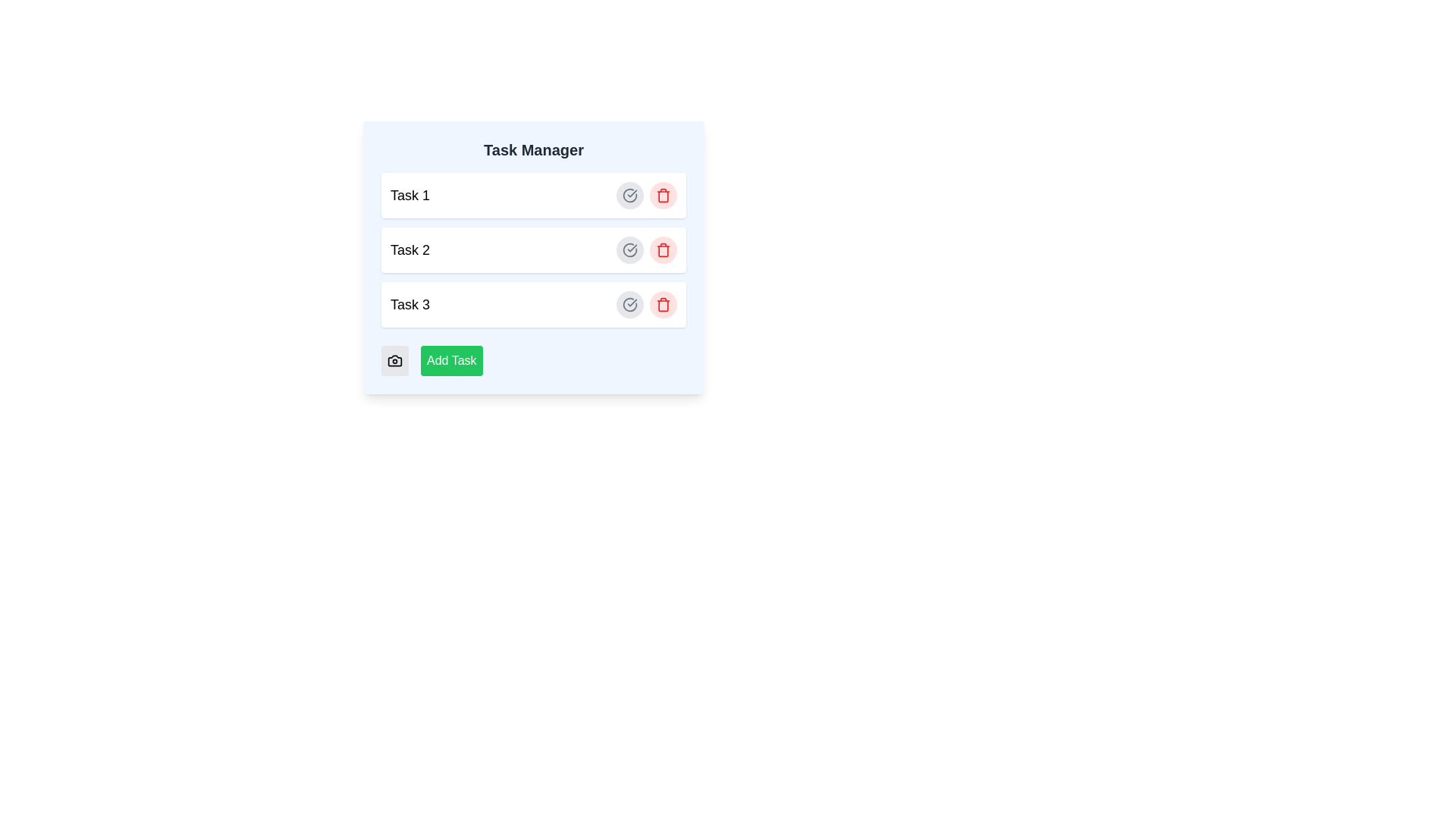  What do you see at coordinates (663, 195) in the screenshot?
I see `the trash can icon located at the far right of the row associated with 'Task 1' in the task management list for visual feedback` at bounding box center [663, 195].